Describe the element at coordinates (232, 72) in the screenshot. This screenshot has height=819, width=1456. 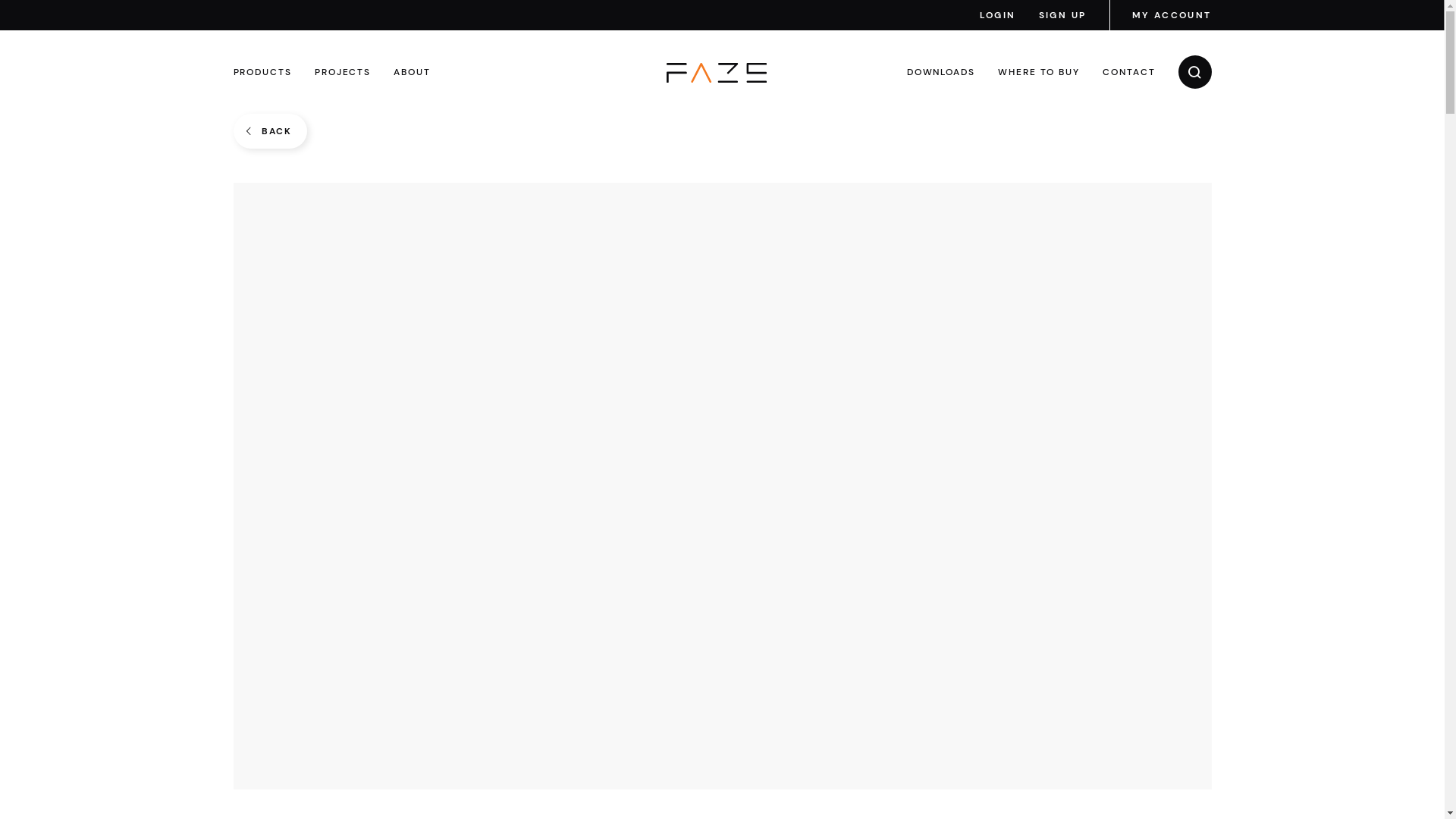
I see `'PRODUCTS'` at that location.